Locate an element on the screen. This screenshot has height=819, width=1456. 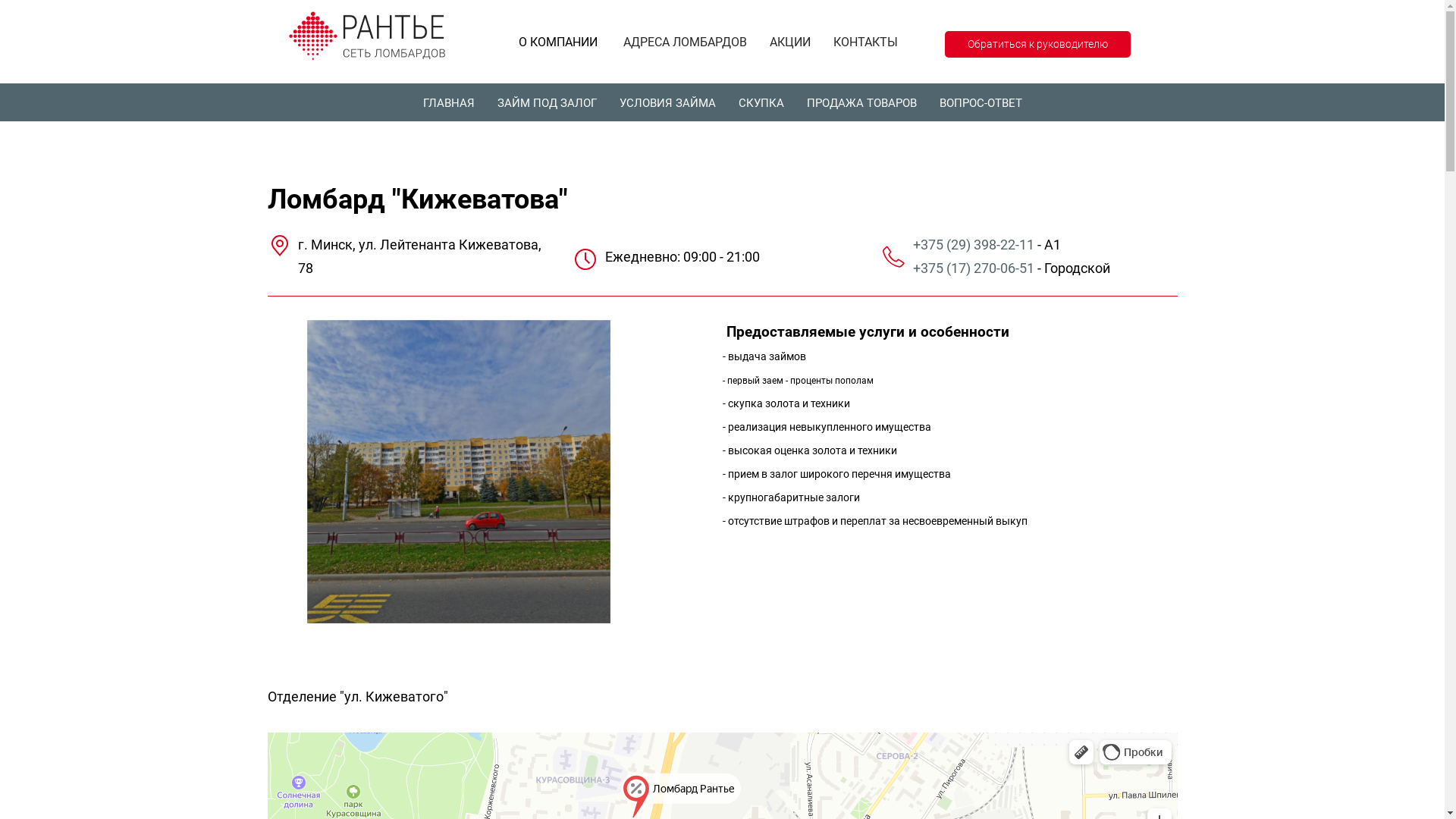
'+375 (17) 270-06-51' is located at coordinates (973, 267).